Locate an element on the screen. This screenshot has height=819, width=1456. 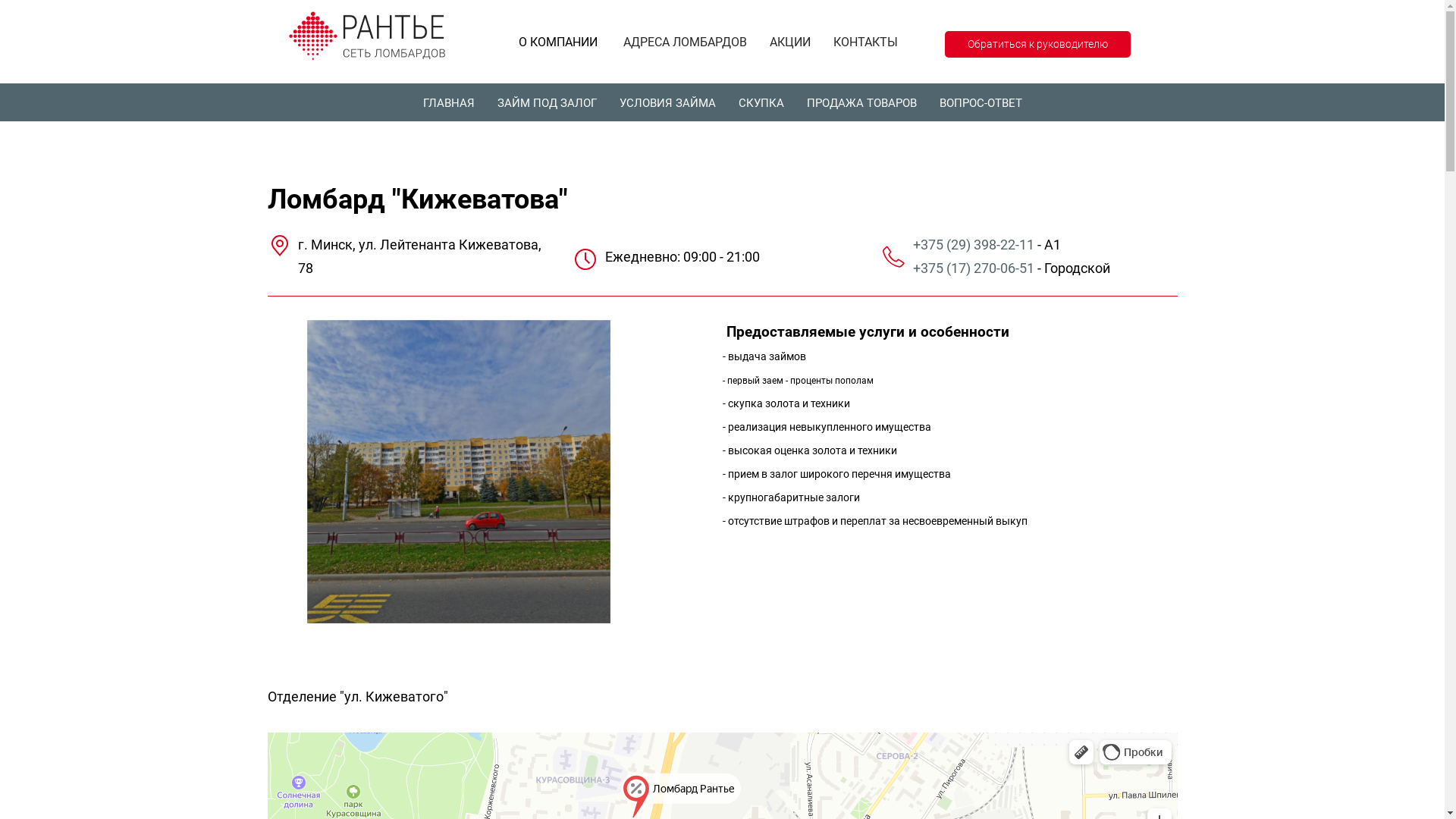
'+375 (17) 270-06-51' is located at coordinates (973, 267).